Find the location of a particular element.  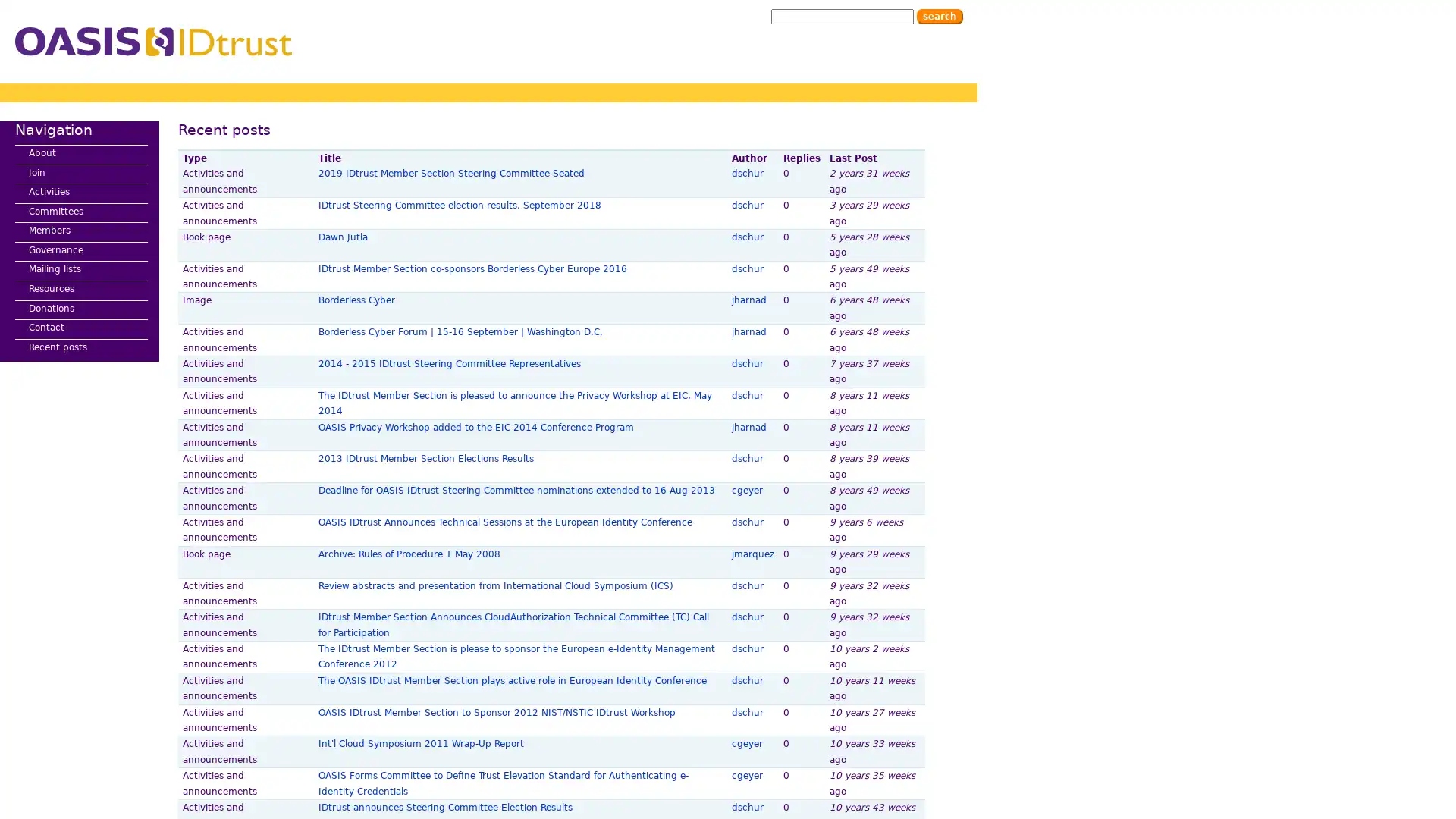

Search is located at coordinates (939, 17).